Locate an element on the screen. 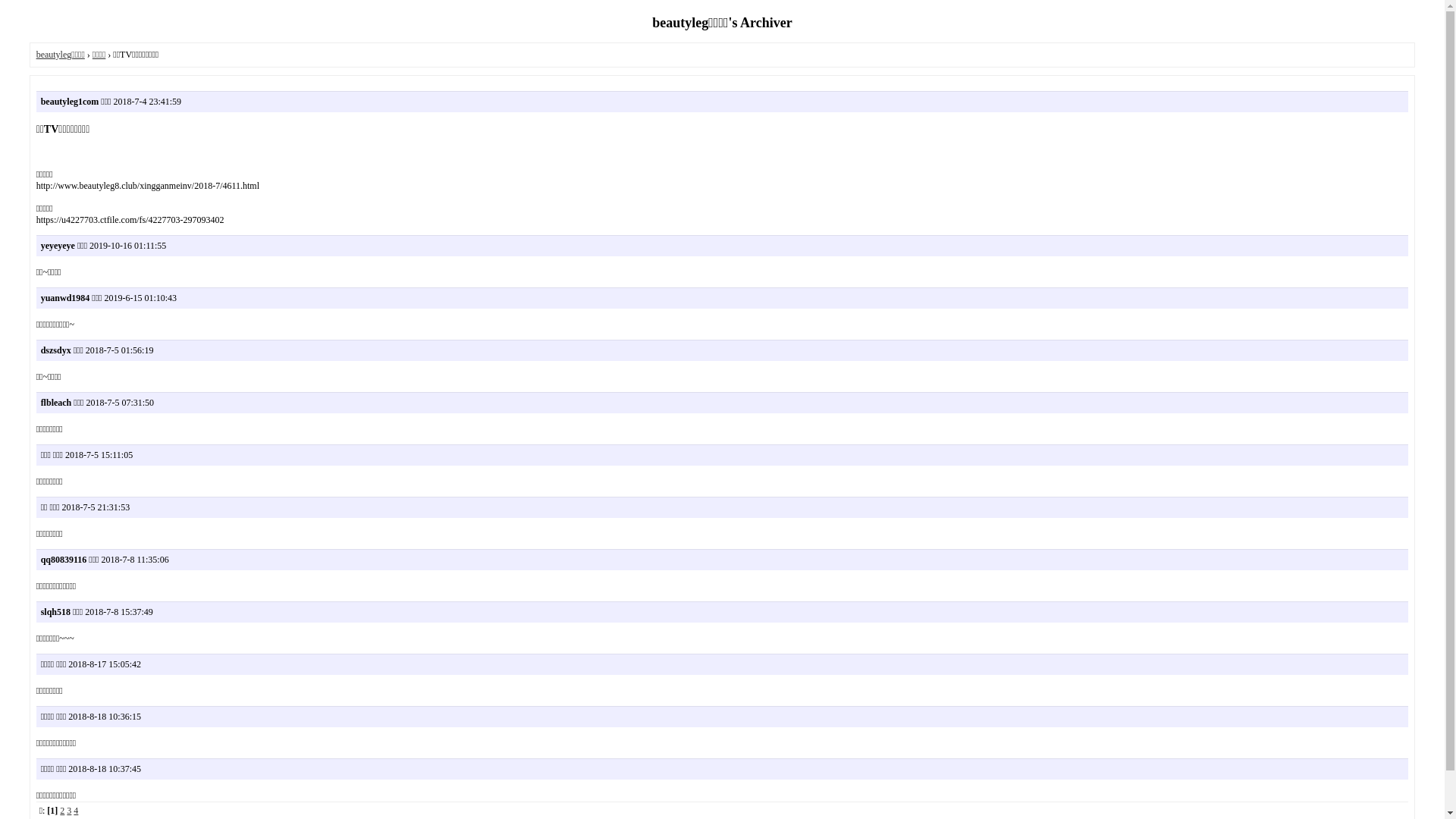  '2' is located at coordinates (59, 809).